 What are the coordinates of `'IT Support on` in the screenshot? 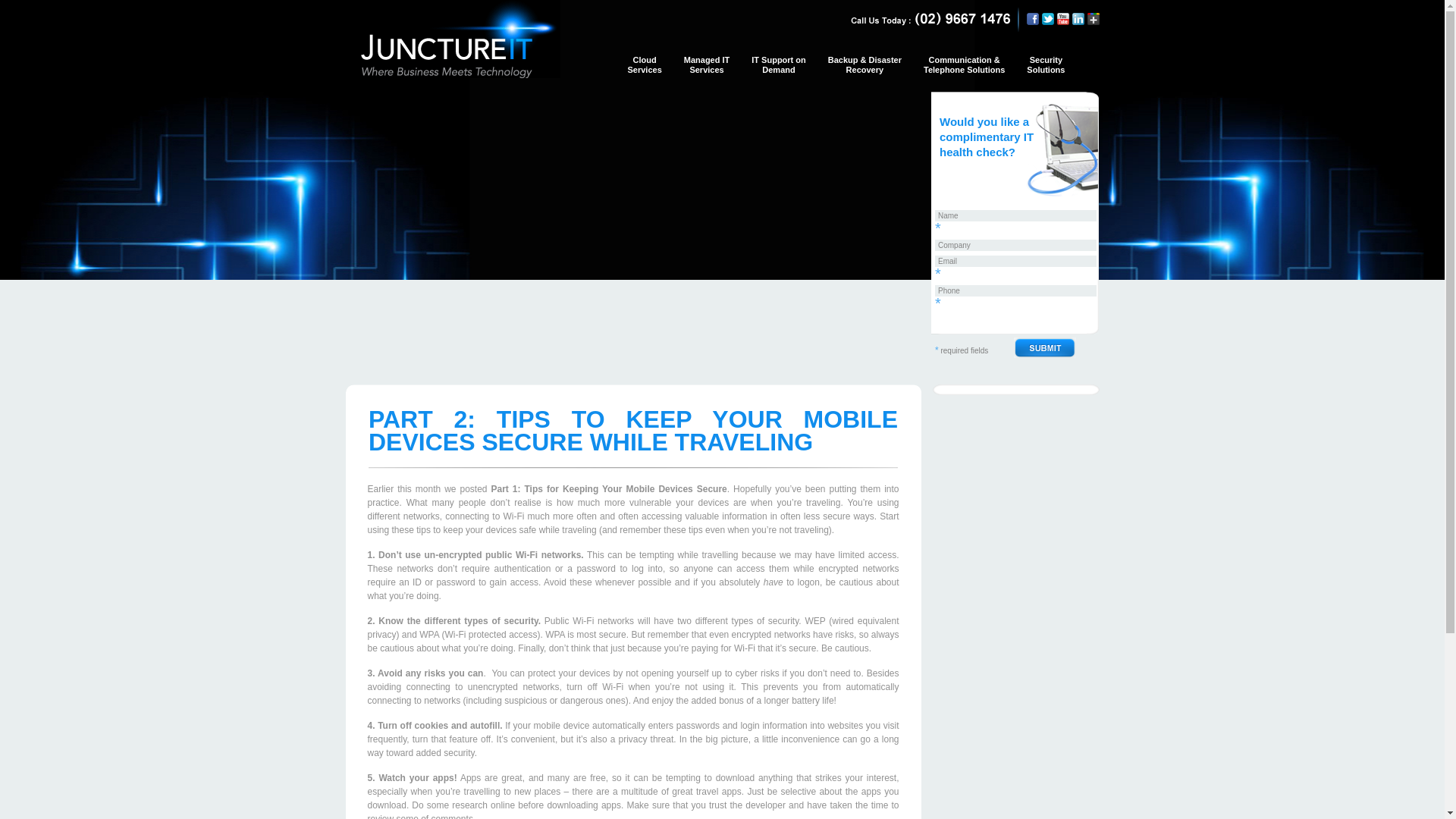 It's located at (778, 69).